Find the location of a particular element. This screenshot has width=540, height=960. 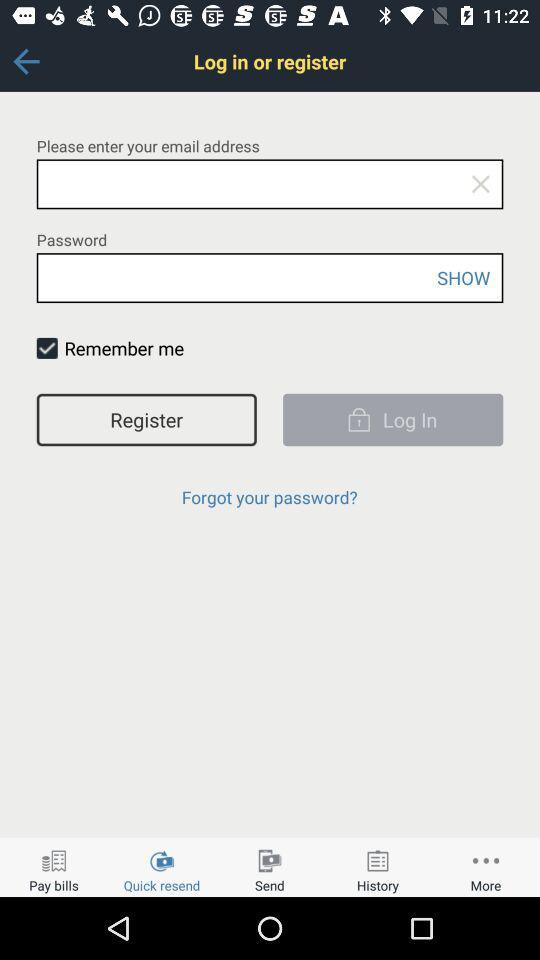

item below register item is located at coordinates (269, 496).